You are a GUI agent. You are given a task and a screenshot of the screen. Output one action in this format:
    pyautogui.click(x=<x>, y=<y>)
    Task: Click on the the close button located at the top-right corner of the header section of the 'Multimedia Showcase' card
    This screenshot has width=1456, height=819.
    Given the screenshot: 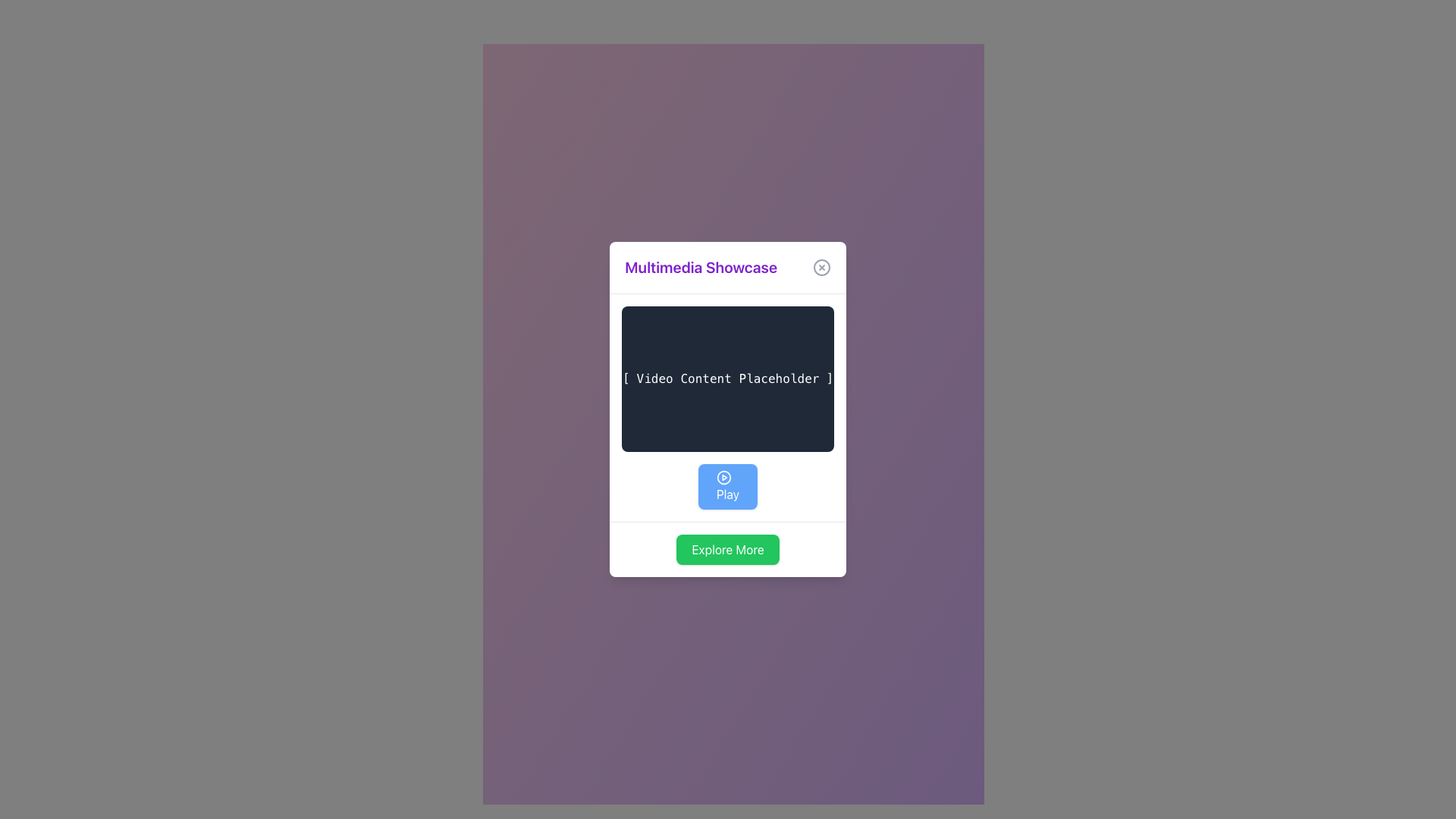 What is the action you would take?
    pyautogui.click(x=821, y=267)
    